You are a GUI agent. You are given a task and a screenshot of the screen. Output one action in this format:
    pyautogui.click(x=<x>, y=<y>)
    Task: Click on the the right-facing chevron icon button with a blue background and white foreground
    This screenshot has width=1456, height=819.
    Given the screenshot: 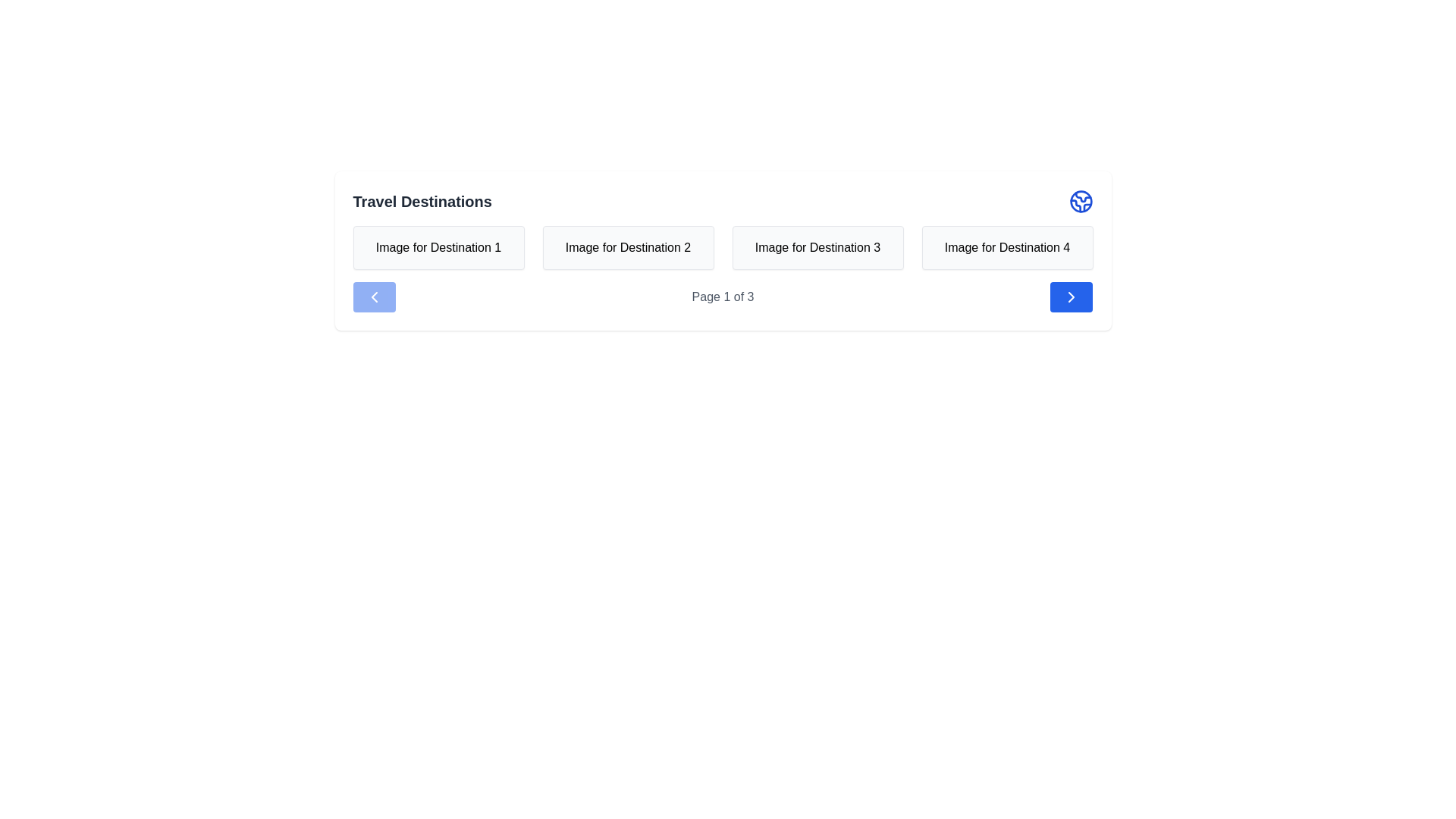 What is the action you would take?
    pyautogui.click(x=1071, y=297)
    